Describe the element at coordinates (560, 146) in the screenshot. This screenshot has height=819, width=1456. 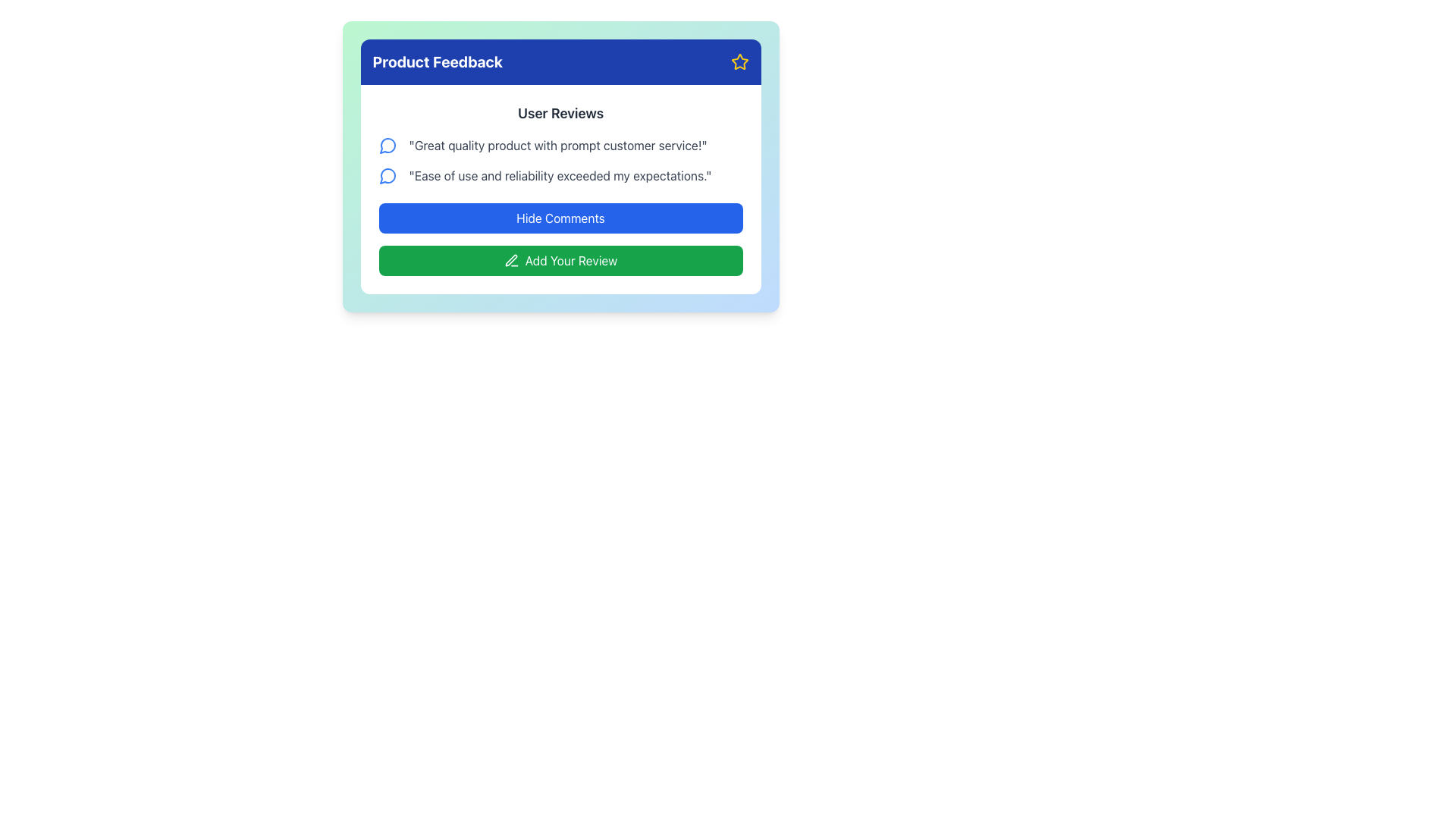
I see `first review text in the 'User Reviews' section of the 'Product Feedback' panel, which is a static display of customer feedback` at that location.